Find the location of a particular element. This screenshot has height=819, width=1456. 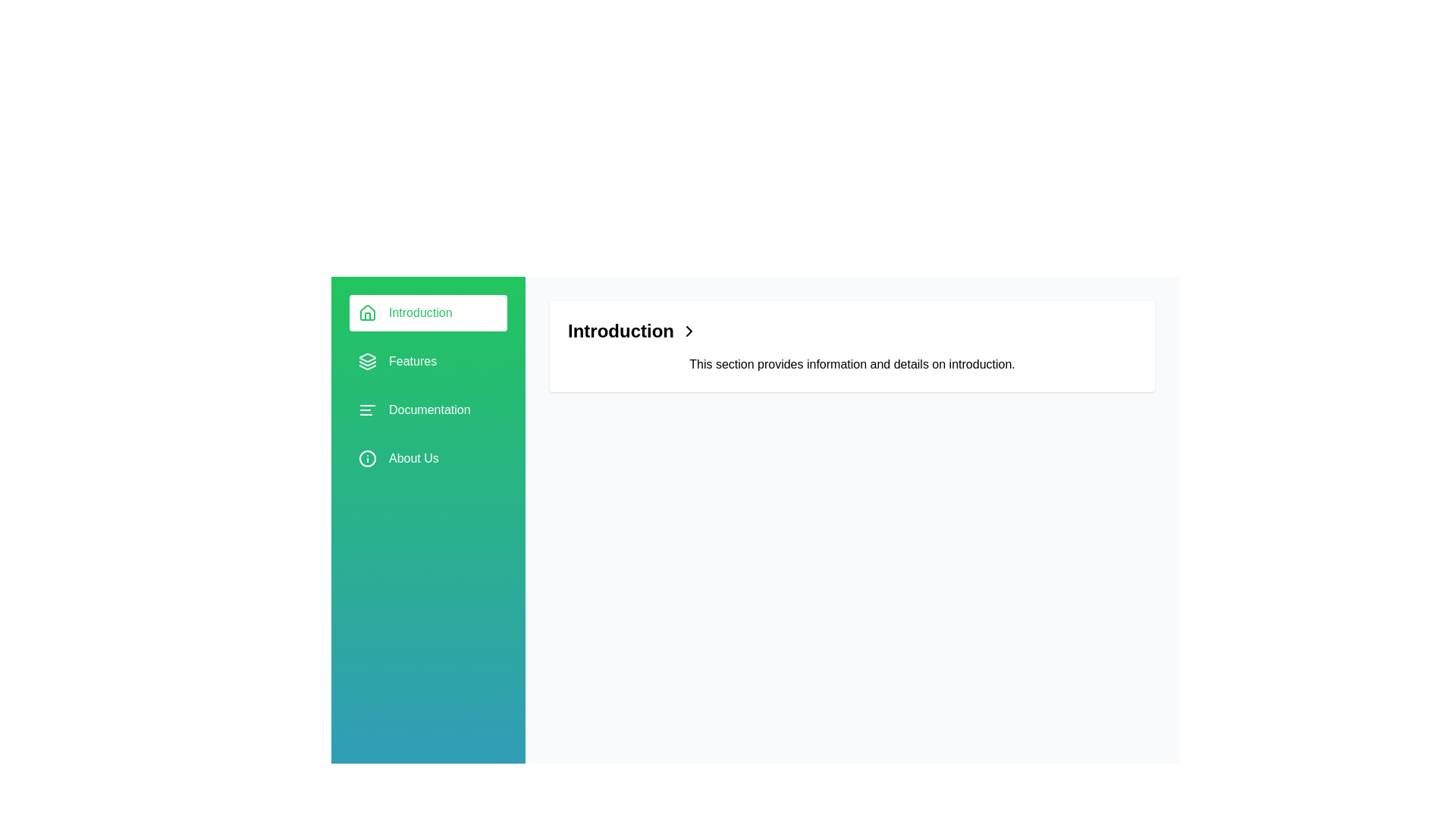

the 'Documentation' menu item in the sidebar, which is the third item featuring a green background with white text and an icon of three horizontal lines is located at coordinates (428, 409).